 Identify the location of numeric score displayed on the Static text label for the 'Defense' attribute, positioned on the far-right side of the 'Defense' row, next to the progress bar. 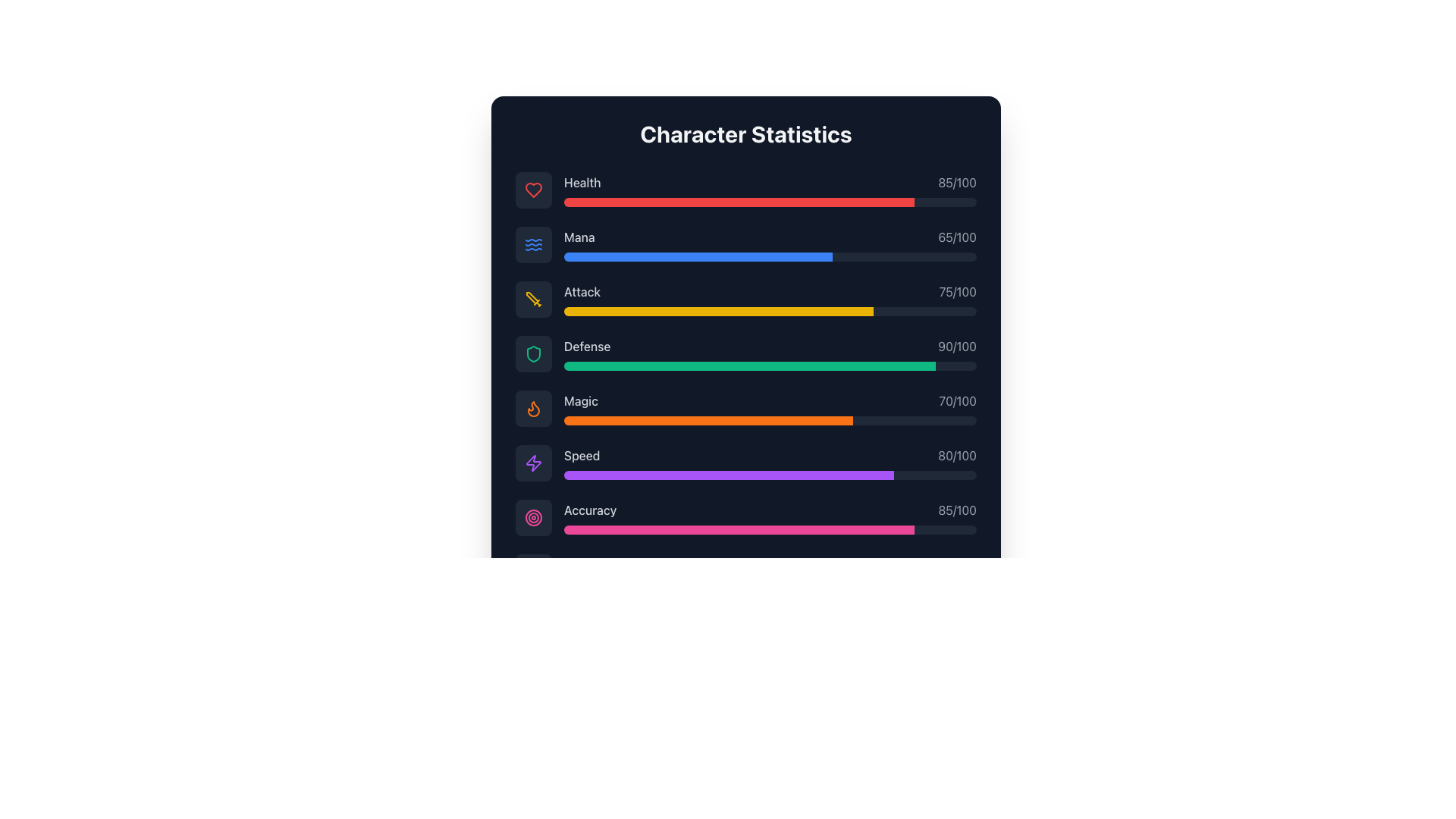
(956, 346).